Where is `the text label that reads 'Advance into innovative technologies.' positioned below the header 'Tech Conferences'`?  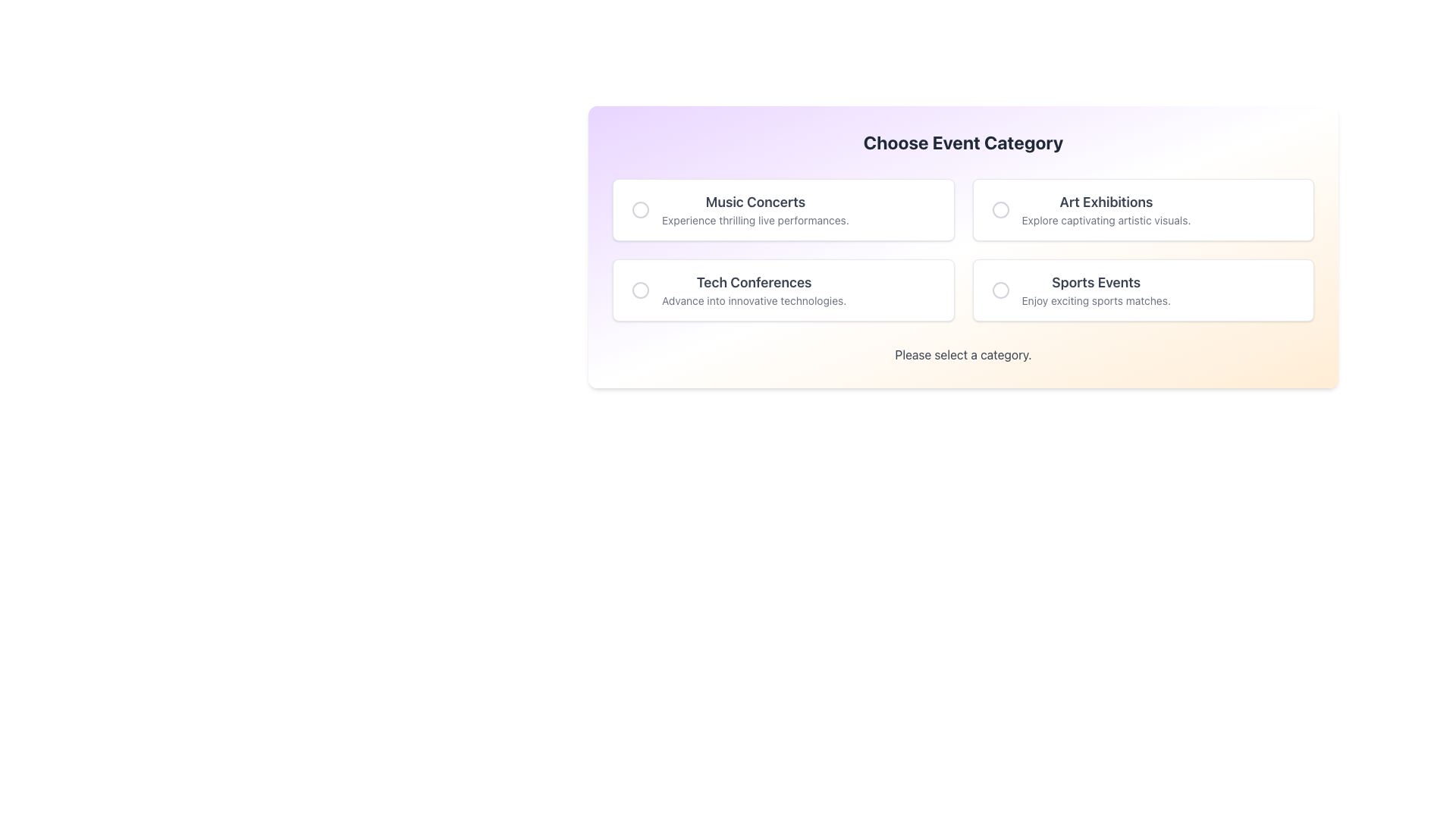 the text label that reads 'Advance into innovative technologies.' positioned below the header 'Tech Conferences' is located at coordinates (754, 301).